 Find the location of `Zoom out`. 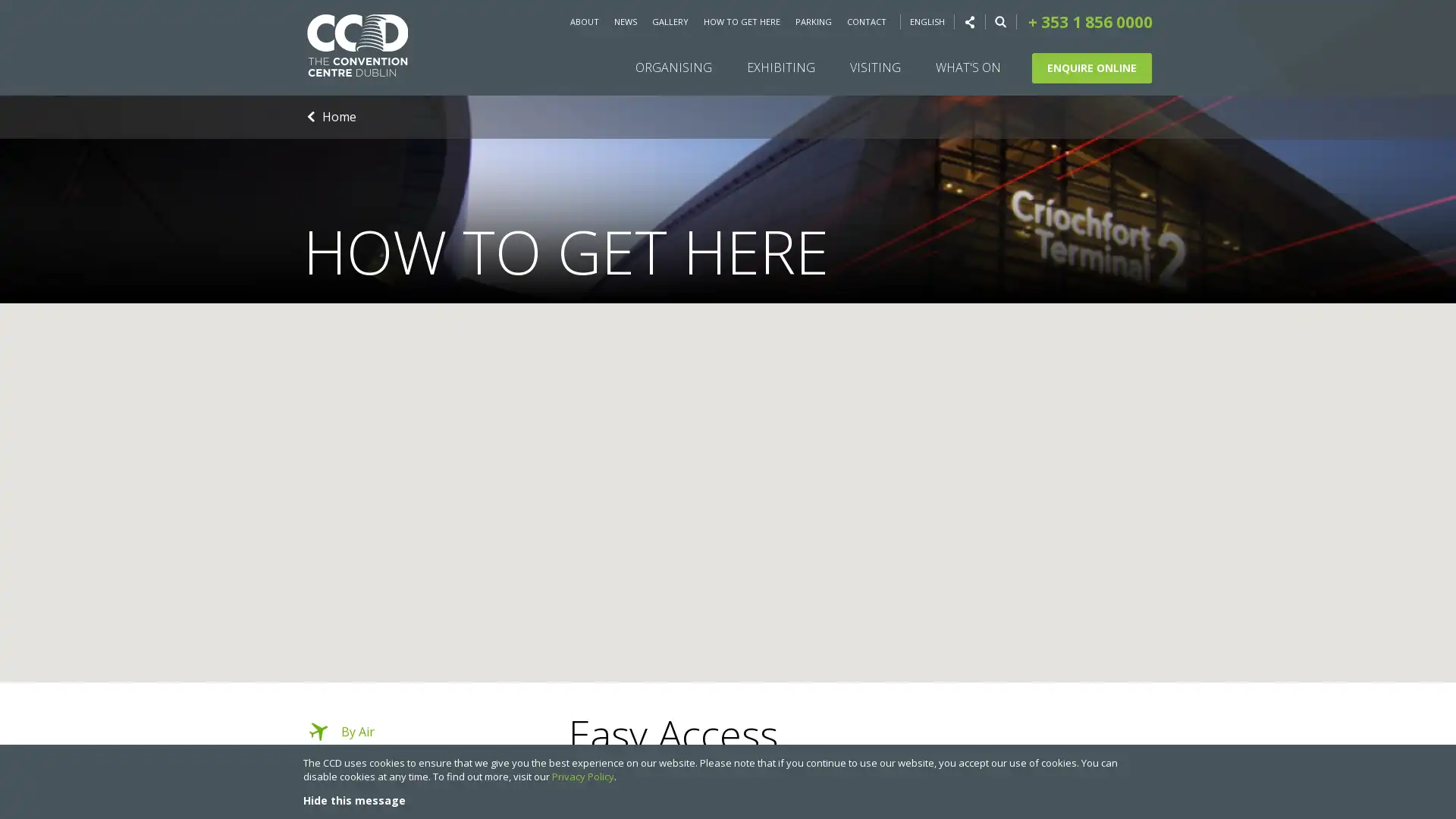

Zoom out is located at coordinates (1432, 648).